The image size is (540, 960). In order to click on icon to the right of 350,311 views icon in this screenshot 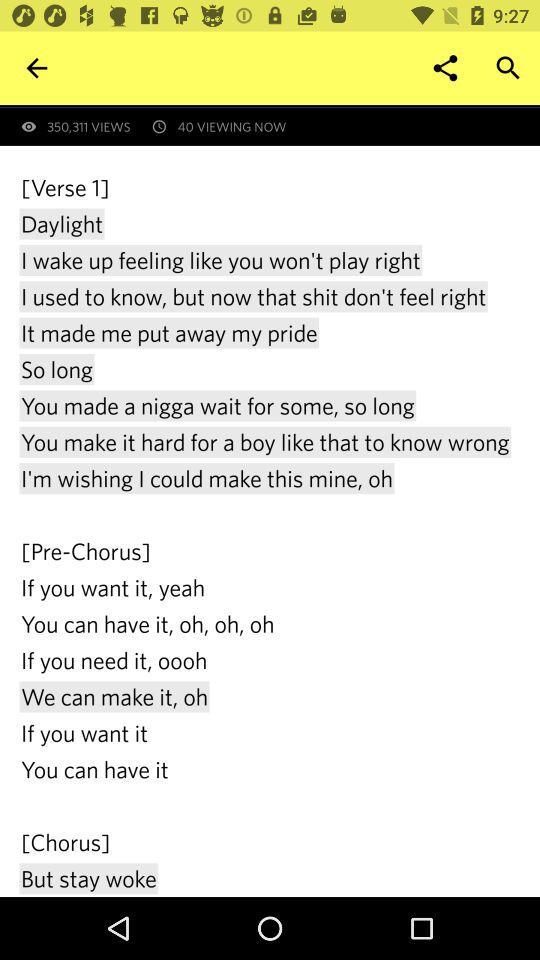, I will do `click(445, 68)`.